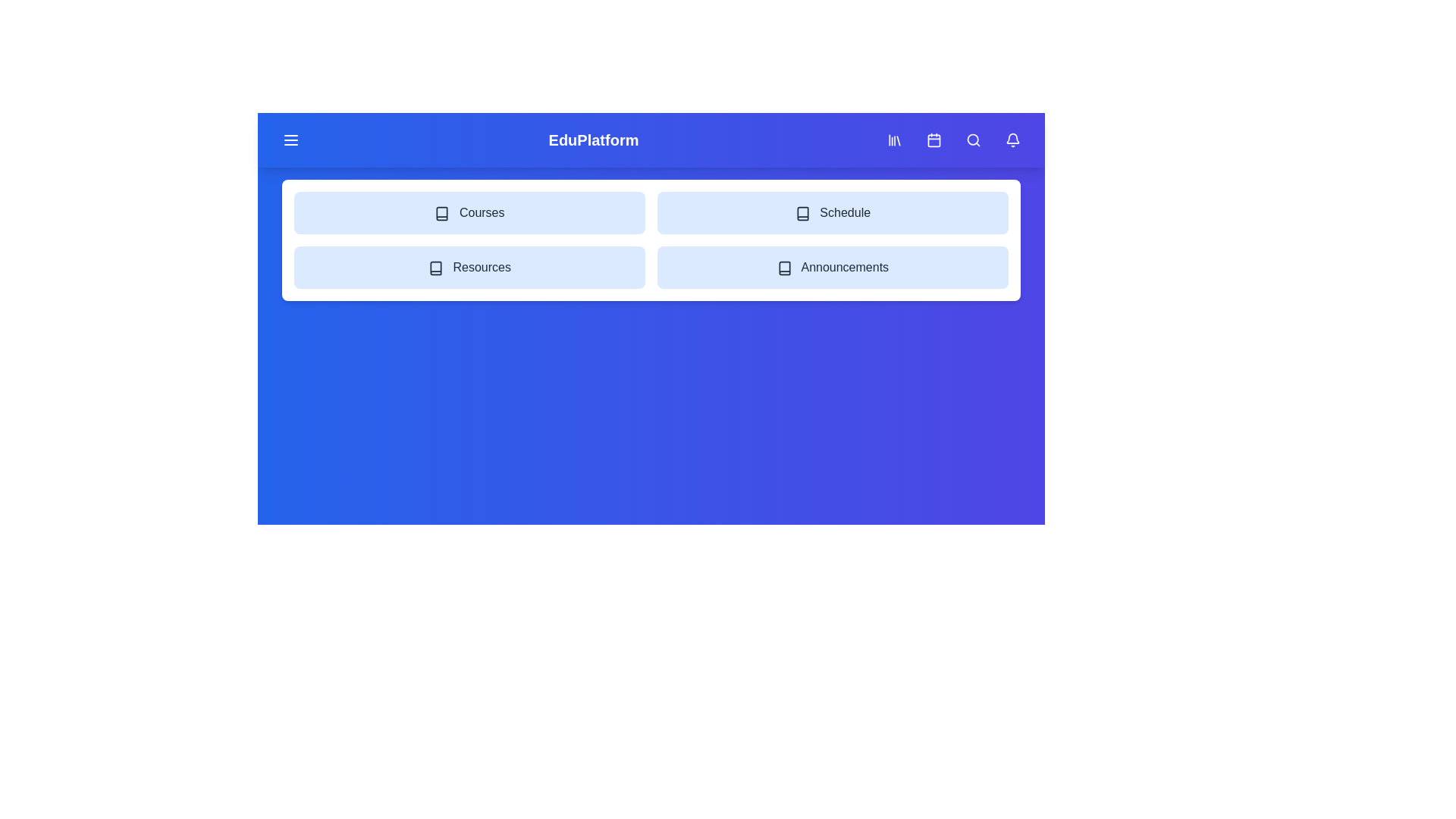 The image size is (1456, 819). Describe the element at coordinates (1012, 140) in the screenshot. I see `the 'Notifications' icon button` at that location.